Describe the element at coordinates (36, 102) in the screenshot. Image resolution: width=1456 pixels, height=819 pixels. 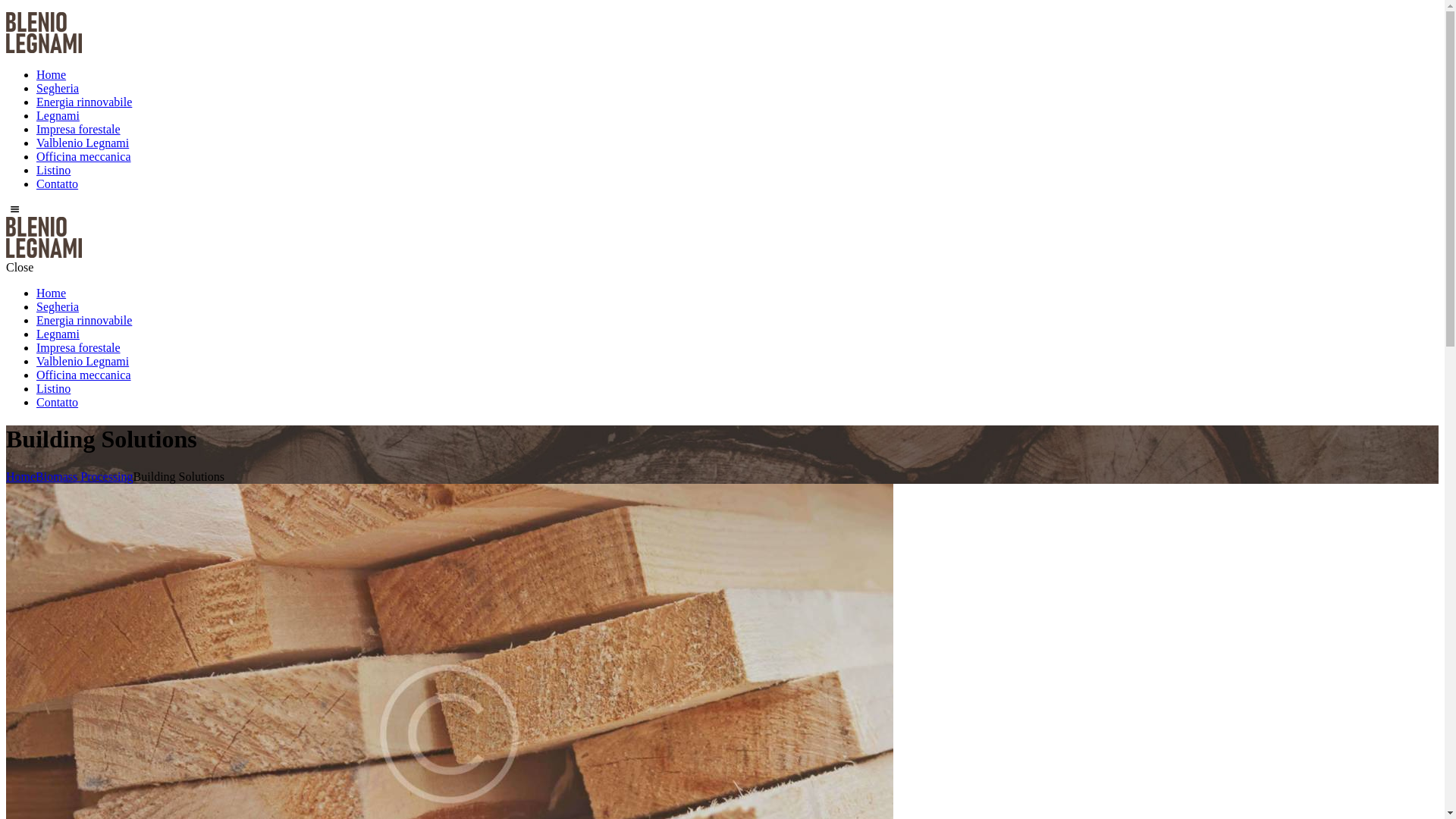
I see `'Energia rinnovabile'` at that location.